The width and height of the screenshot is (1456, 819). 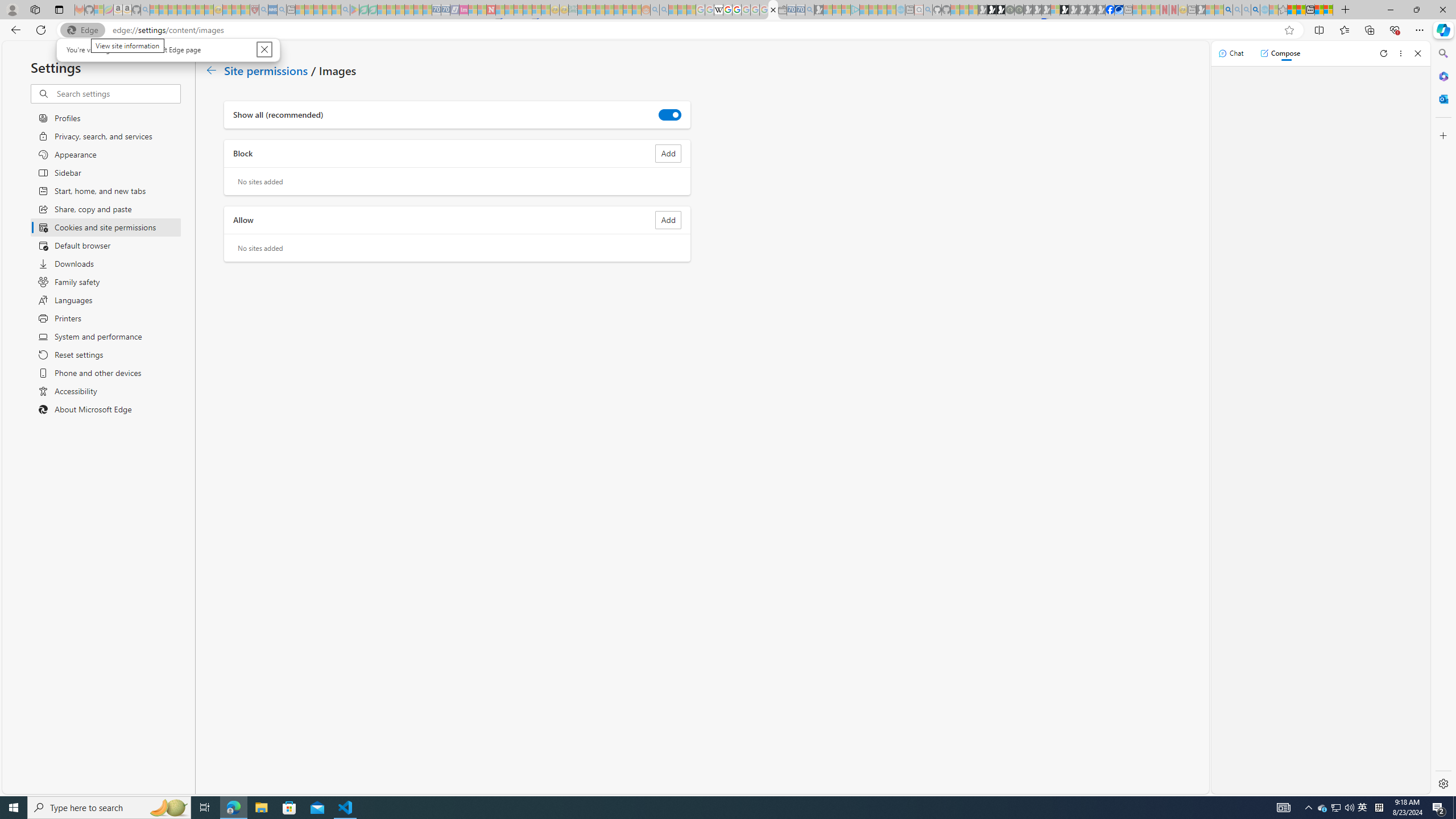 What do you see at coordinates (1336, 806) in the screenshot?
I see `'User Promoted Notification Area'` at bounding box center [1336, 806].